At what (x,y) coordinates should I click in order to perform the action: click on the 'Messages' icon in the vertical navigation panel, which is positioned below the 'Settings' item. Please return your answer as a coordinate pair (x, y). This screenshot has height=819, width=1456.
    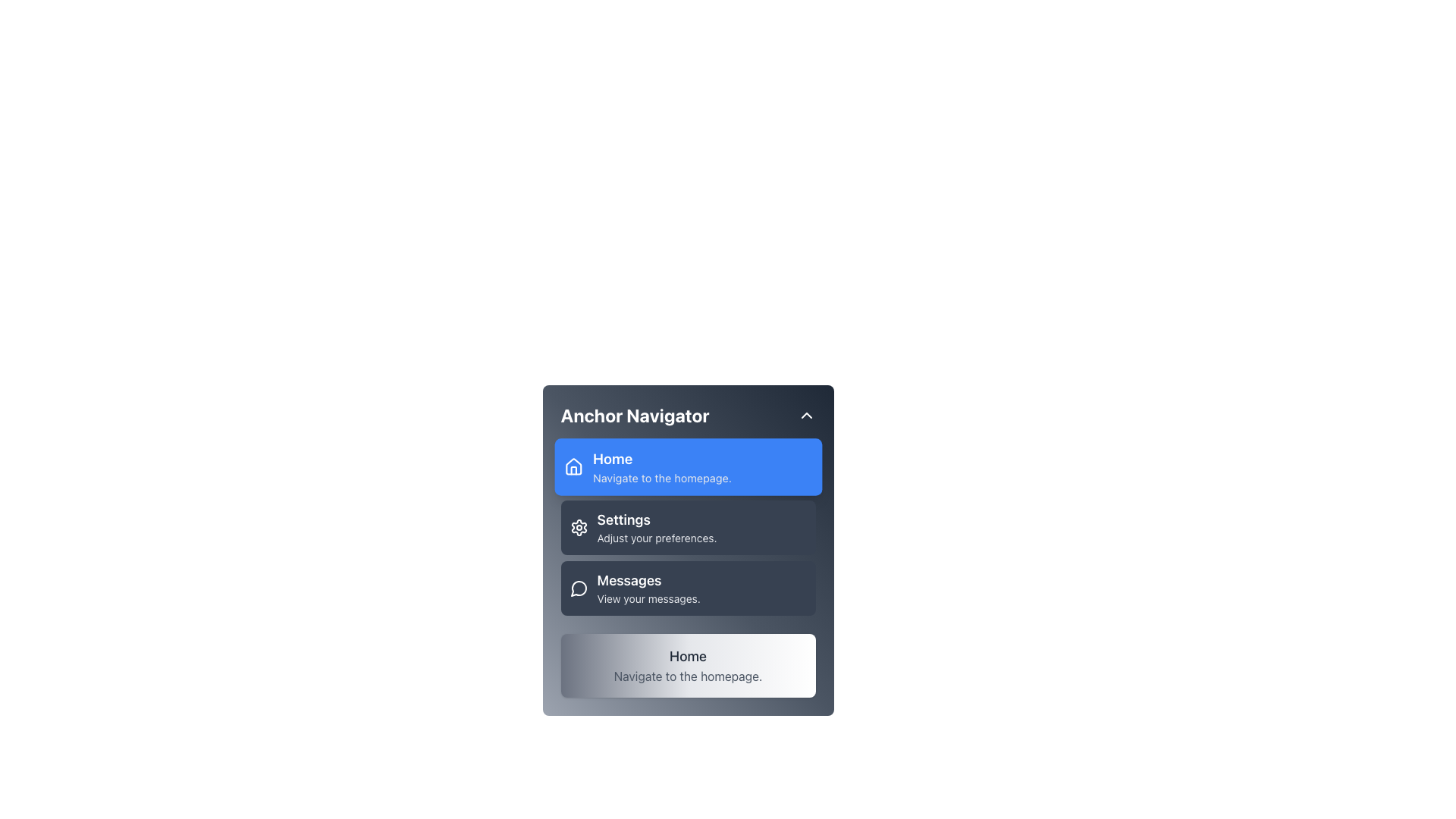
    Looking at the image, I should click on (578, 588).